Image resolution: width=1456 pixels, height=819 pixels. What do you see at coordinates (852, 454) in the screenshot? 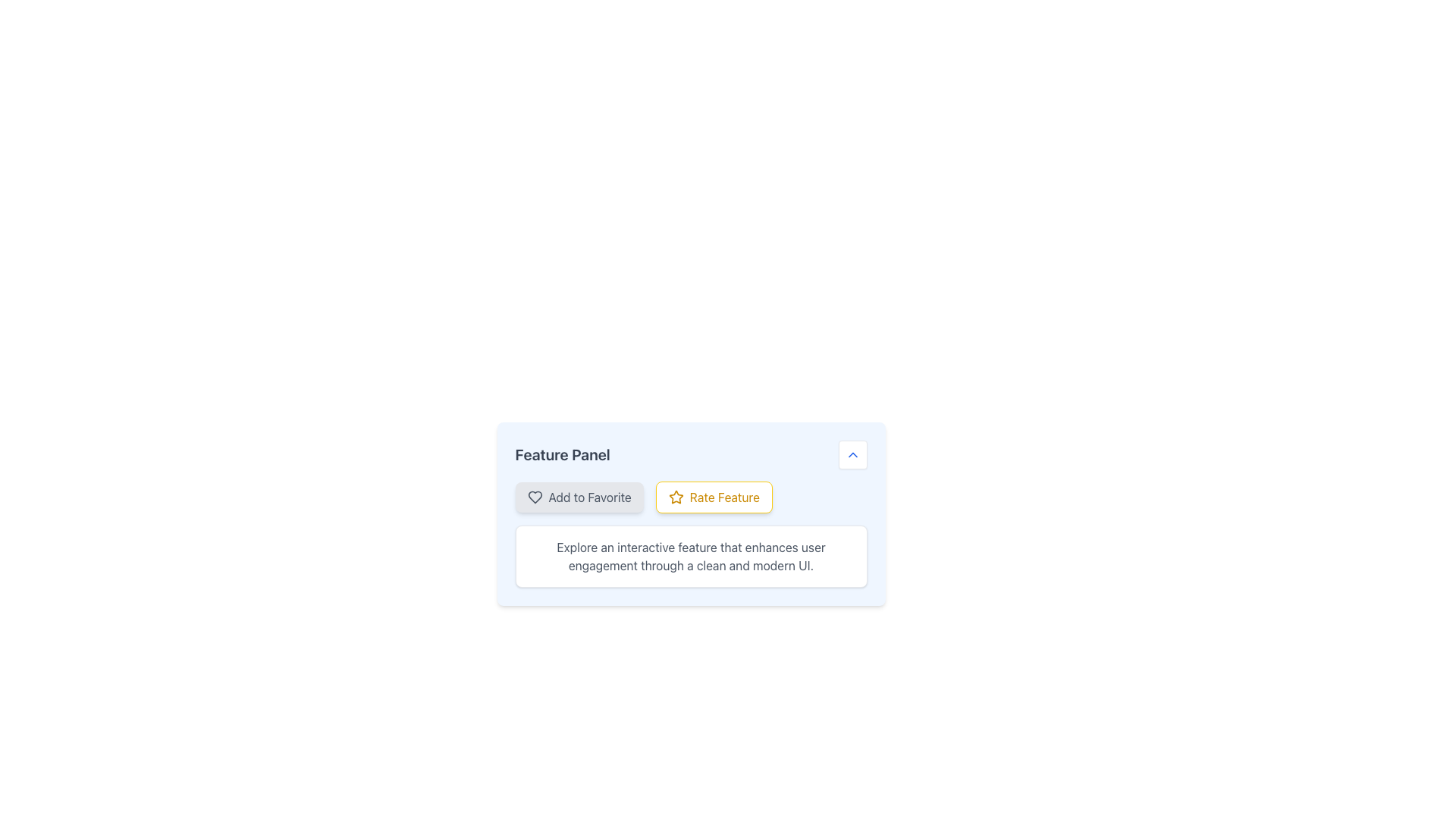
I see `the Chevron Up icon located in the top-right corner of the 'Feature Panel' section` at bounding box center [852, 454].